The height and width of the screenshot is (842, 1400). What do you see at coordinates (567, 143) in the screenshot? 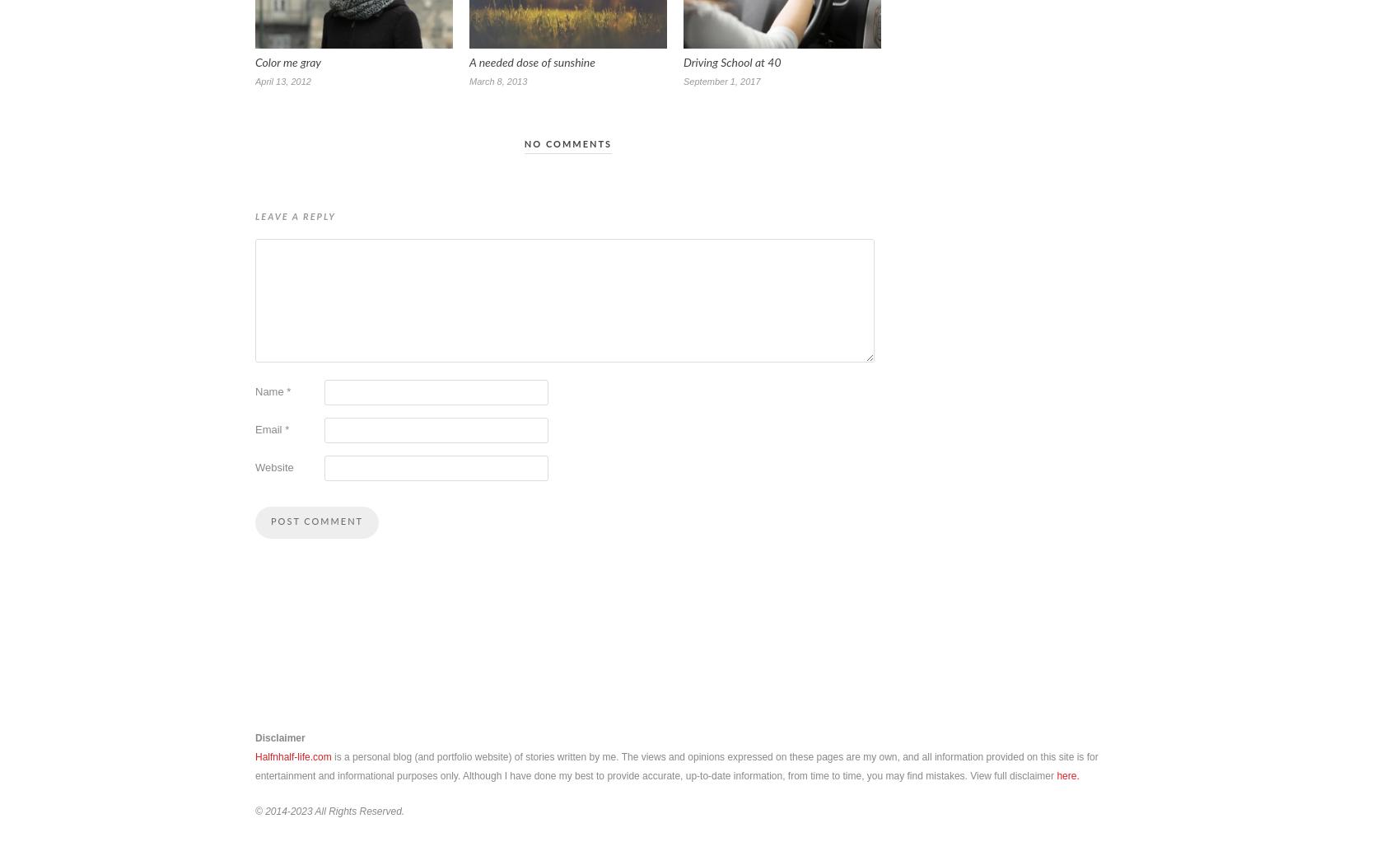
I see `'No Comments'` at bounding box center [567, 143].